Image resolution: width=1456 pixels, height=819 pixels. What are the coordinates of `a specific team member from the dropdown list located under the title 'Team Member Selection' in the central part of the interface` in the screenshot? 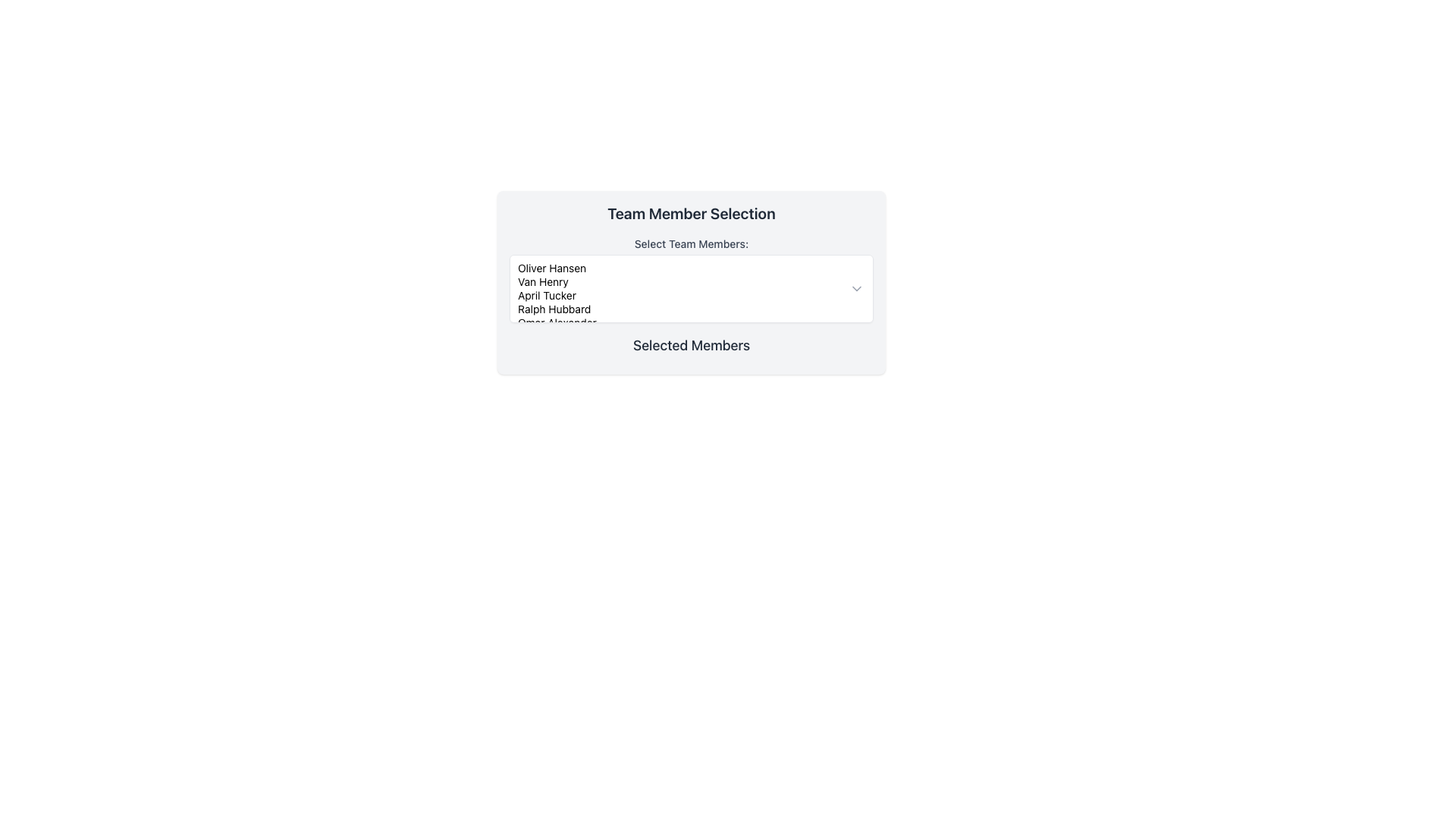 It's located at (691, 280).